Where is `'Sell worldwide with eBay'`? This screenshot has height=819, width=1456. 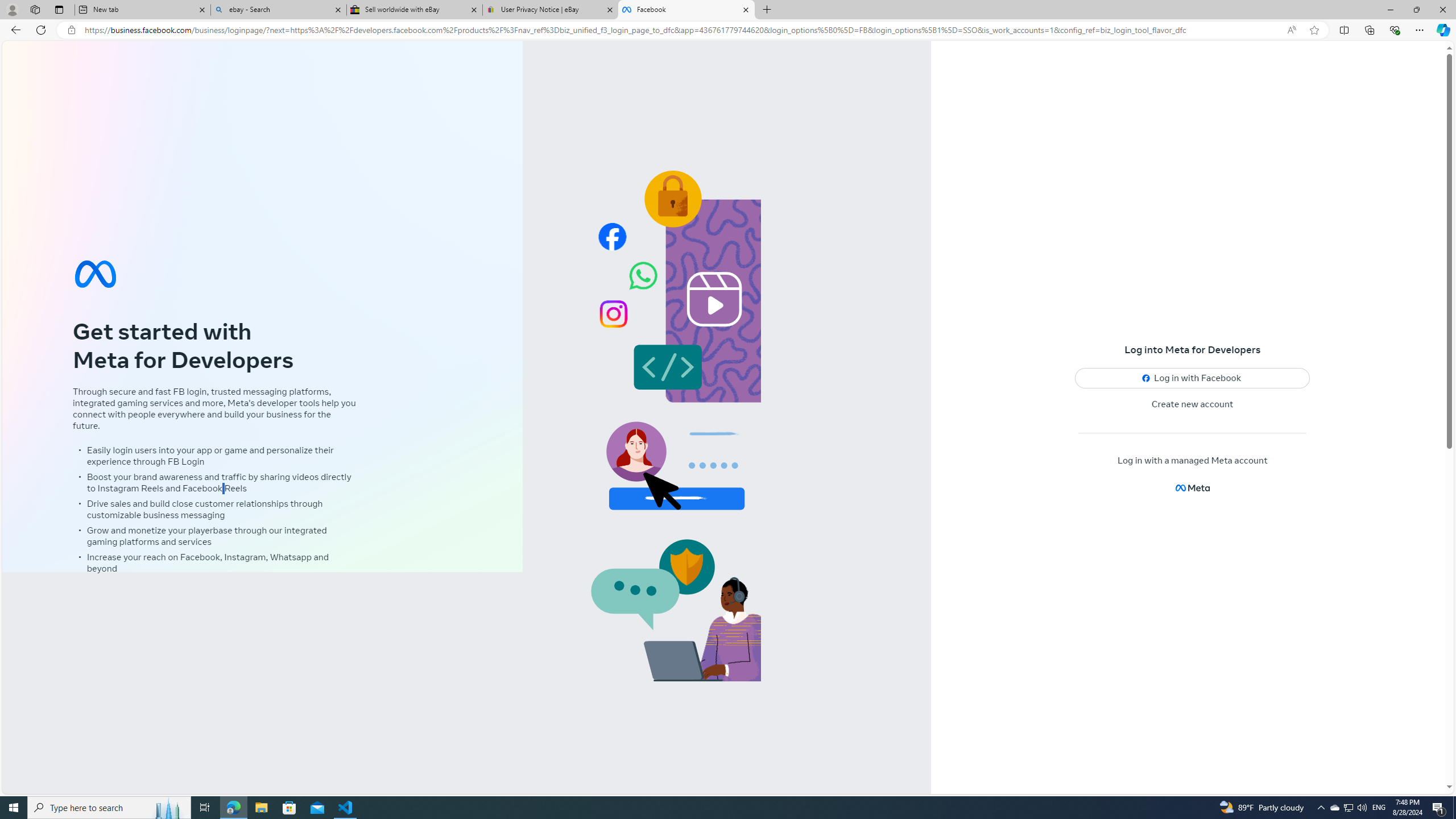 'Sell worldwide with eBay' is located at coordinates (415, 9).